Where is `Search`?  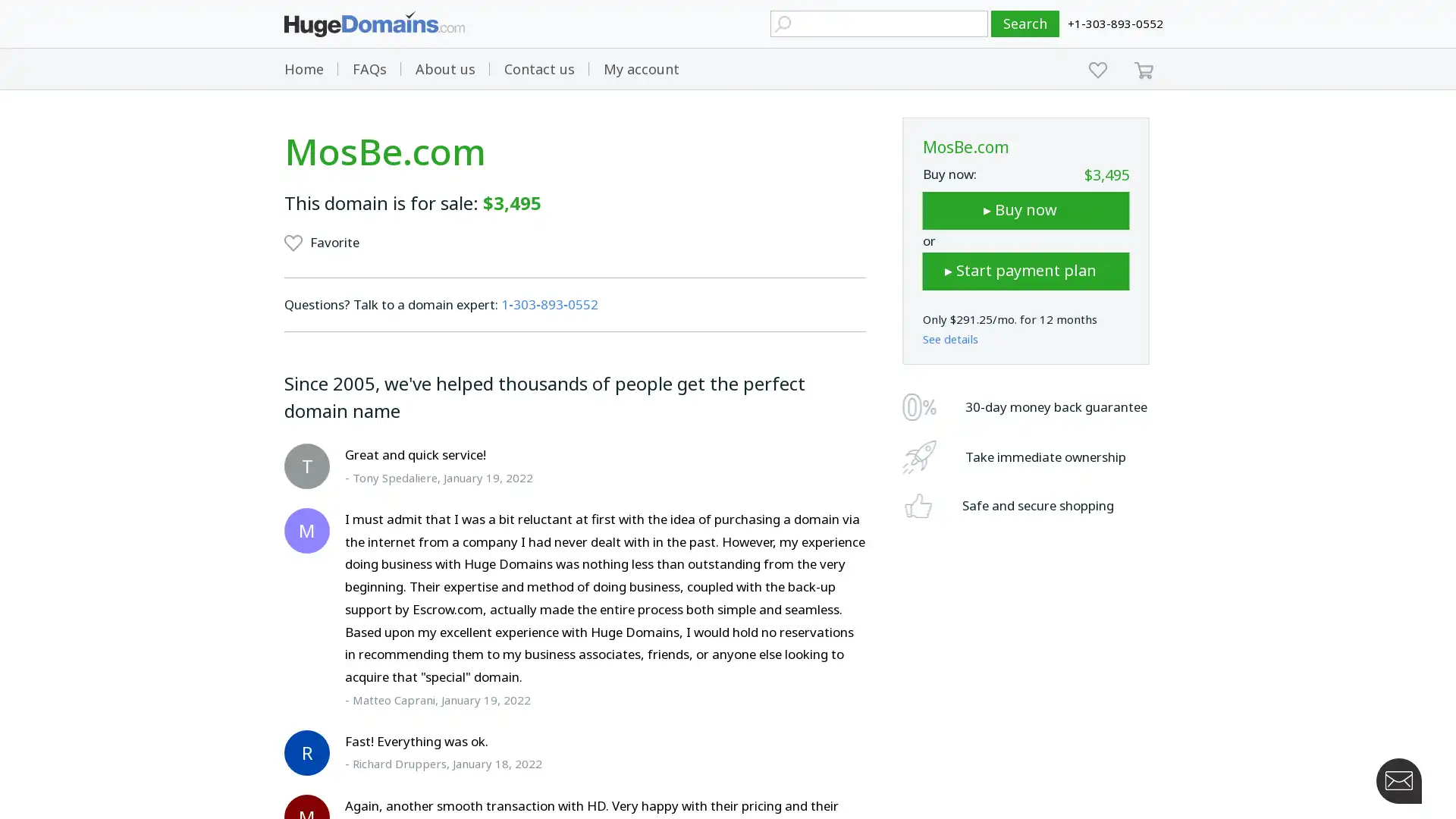
Search is located at coordinates (1025, 24).